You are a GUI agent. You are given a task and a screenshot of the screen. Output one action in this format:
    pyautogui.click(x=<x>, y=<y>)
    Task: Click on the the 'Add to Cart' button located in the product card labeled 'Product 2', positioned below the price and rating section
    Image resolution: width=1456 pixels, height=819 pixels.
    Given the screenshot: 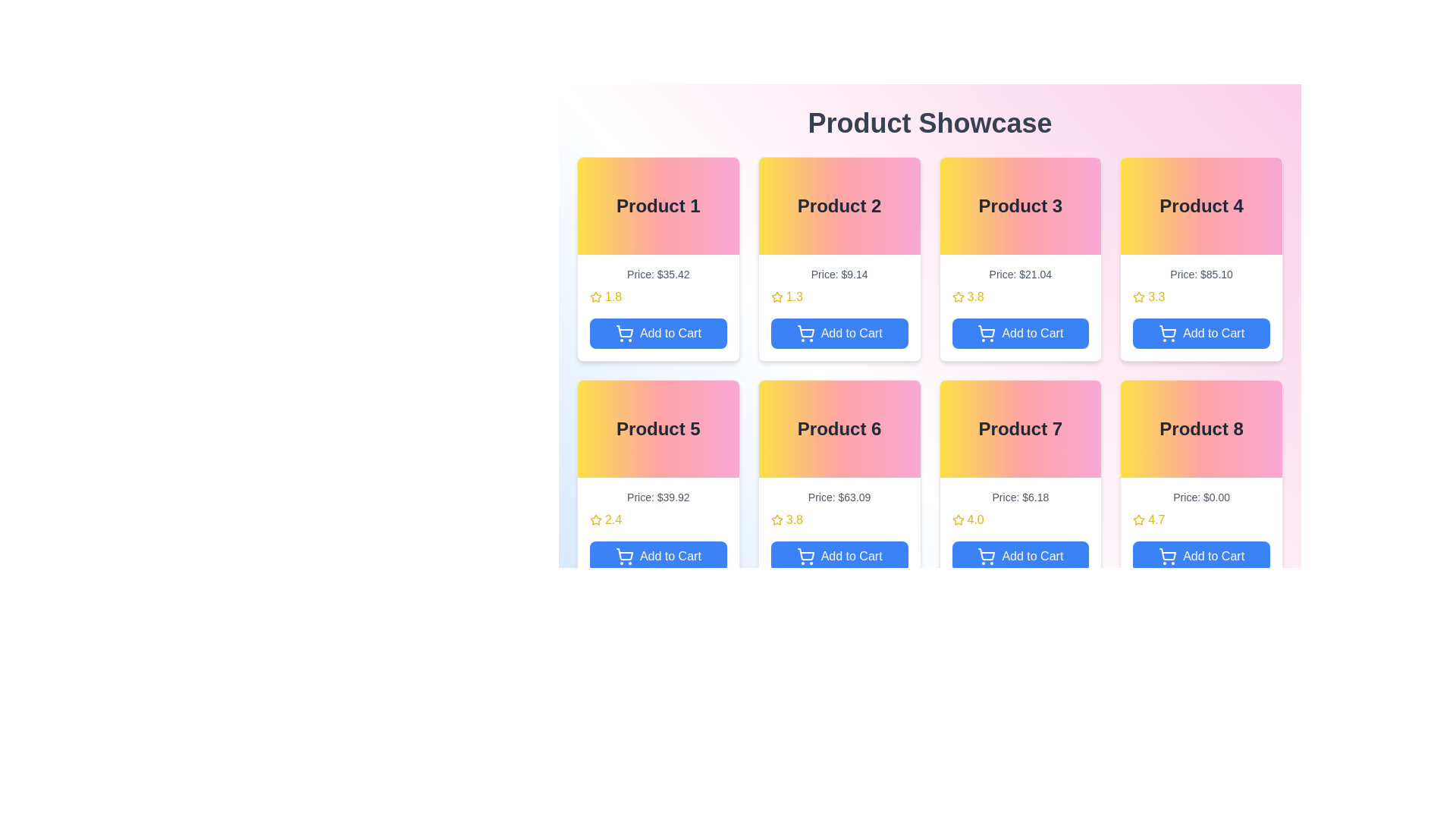 What is the action you would take?
    pyautogui.click(x=839, y=332)
    